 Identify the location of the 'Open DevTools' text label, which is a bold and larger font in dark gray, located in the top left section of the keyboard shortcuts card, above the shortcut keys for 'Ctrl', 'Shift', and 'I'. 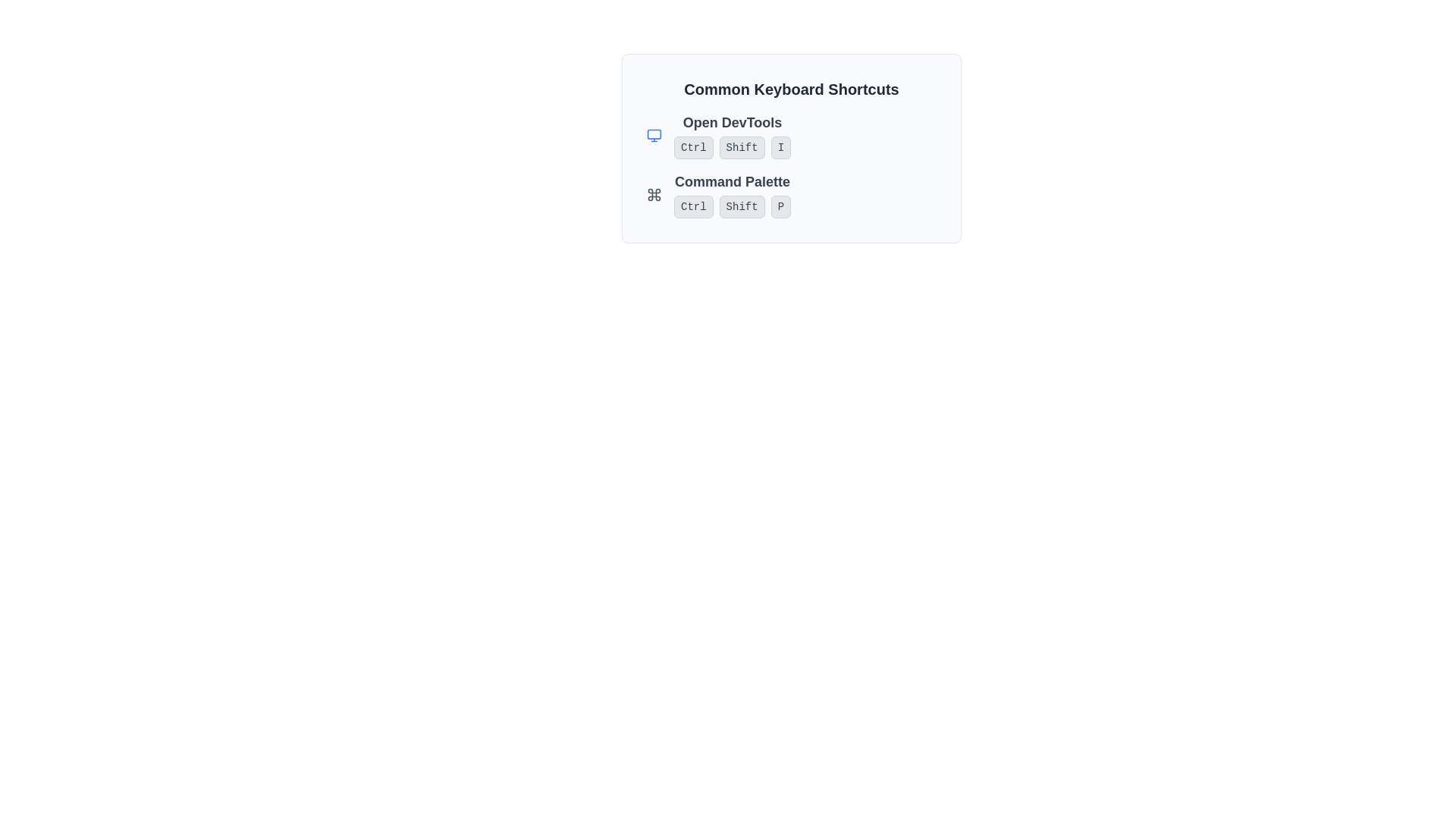
(732, 122).